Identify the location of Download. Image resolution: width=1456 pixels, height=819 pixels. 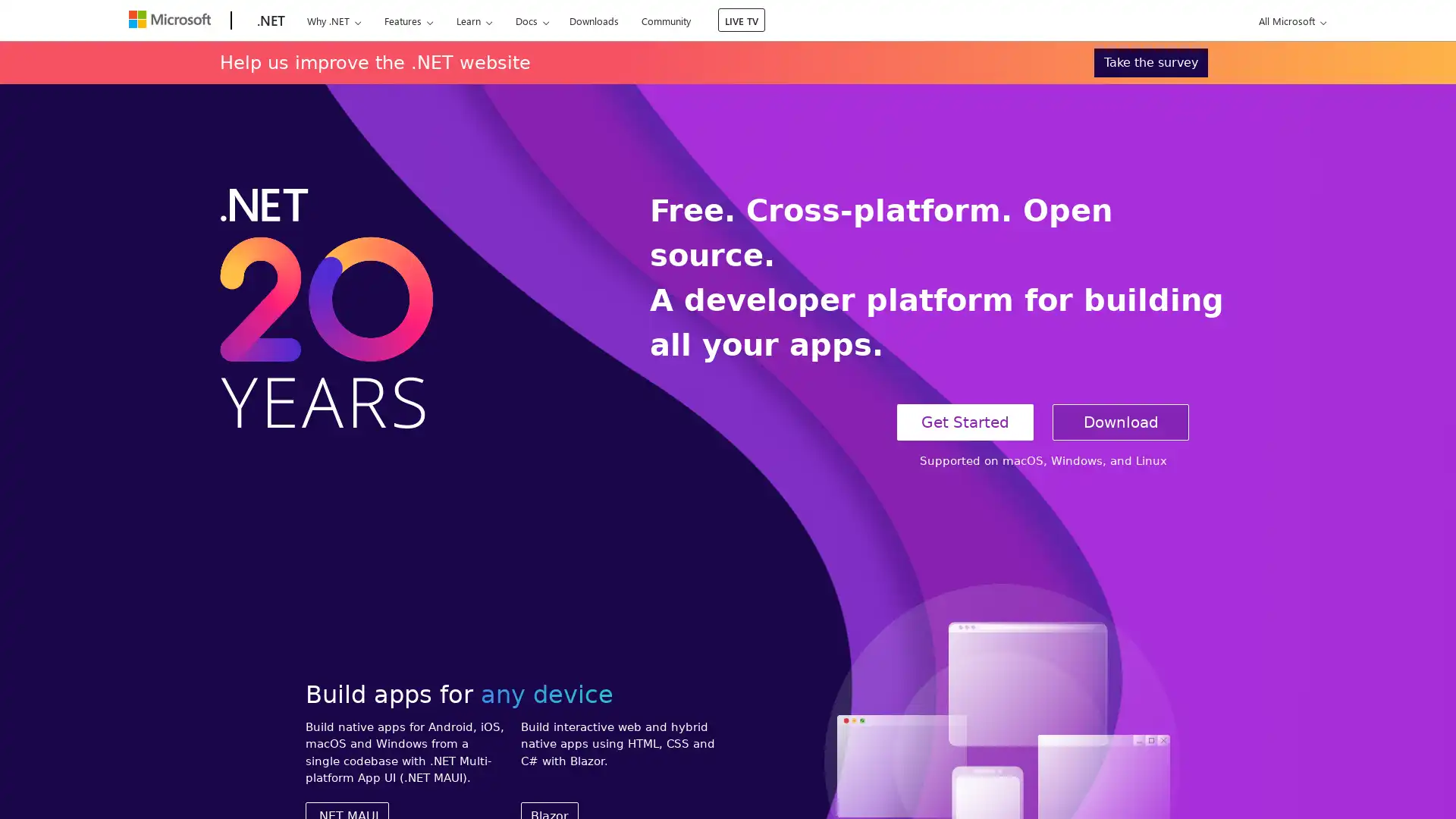
(1121, 422).